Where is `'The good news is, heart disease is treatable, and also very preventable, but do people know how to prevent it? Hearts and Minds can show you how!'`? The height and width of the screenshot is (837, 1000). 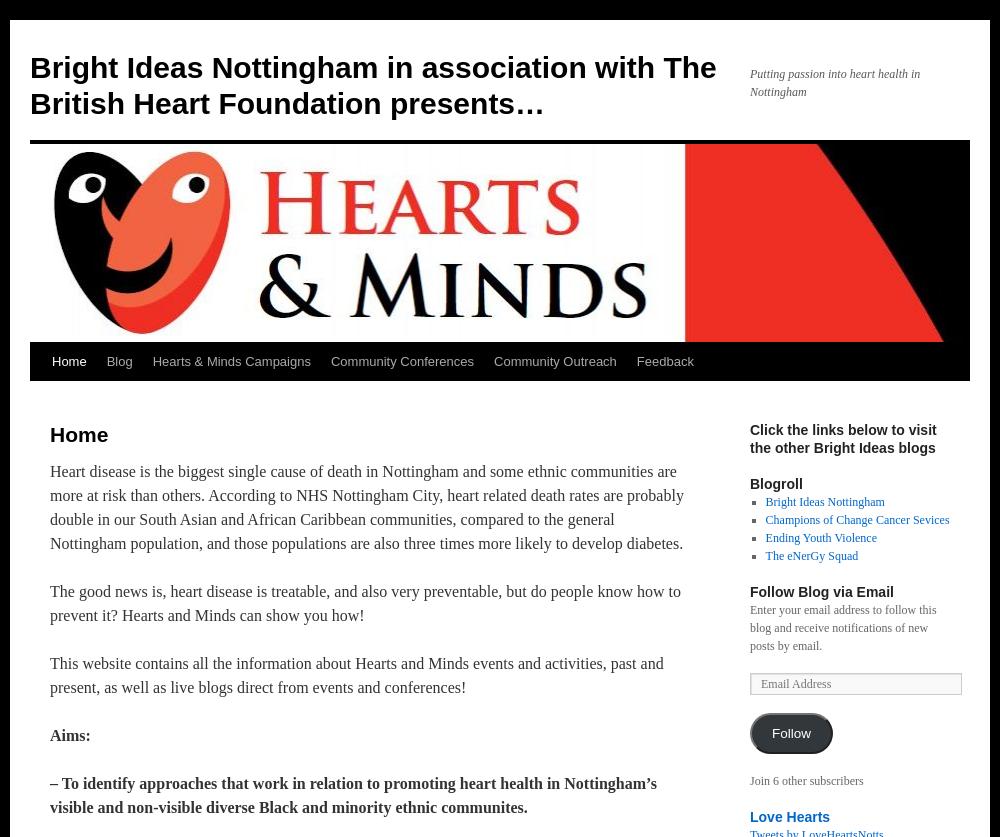
'The good news is, heart disease is treatable, and also very preventable, but do people know how to prevent it? Hearts and Minds can show you how!' is located at coordinates (50, 603).